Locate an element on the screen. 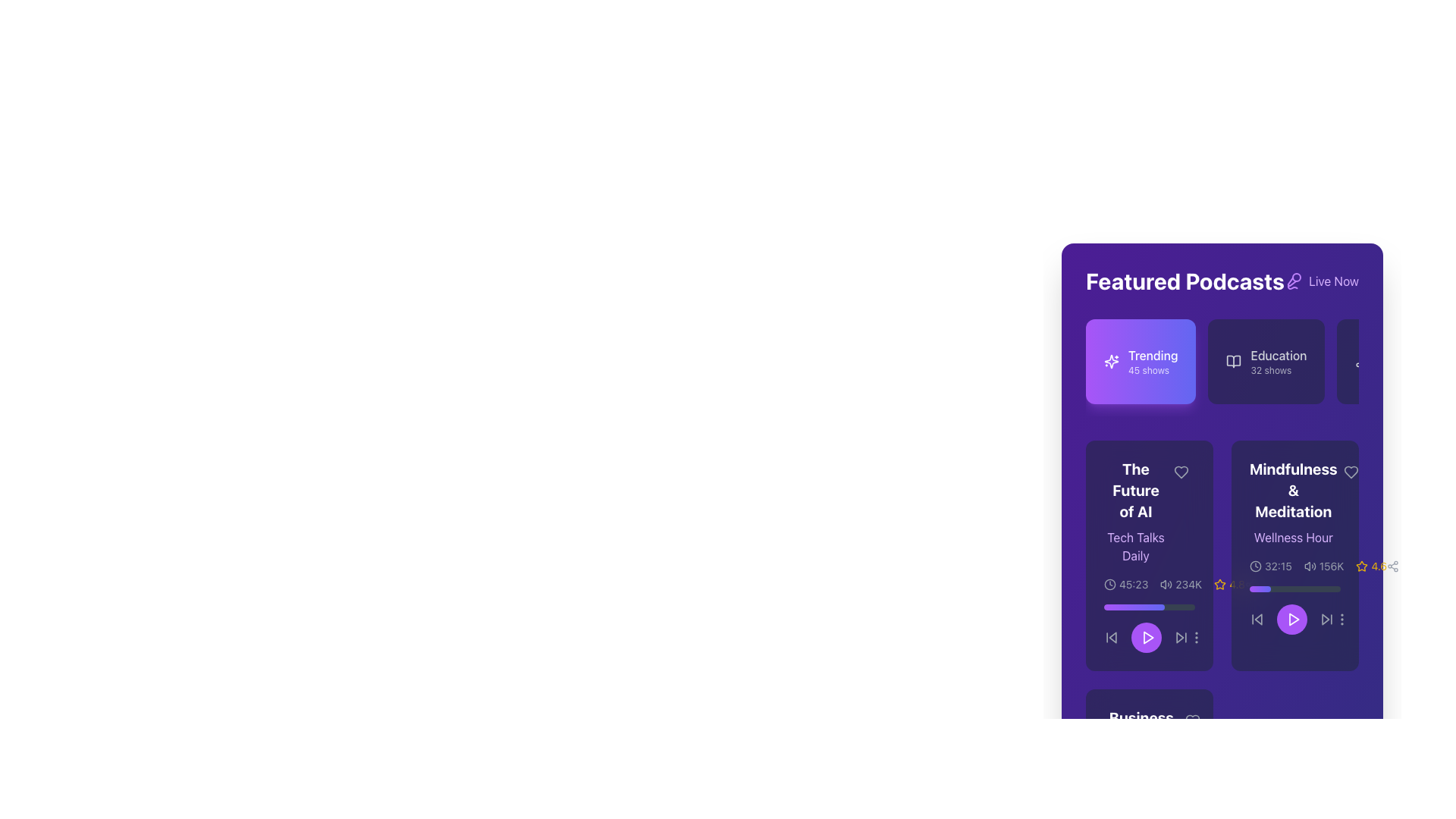  the progress visually by interacting with the progress bar located in the content card for 'The Future of AI' podcast, which is situated underneath the descriptive text and above the playback control buttons is located at coordinates (1150, 607).